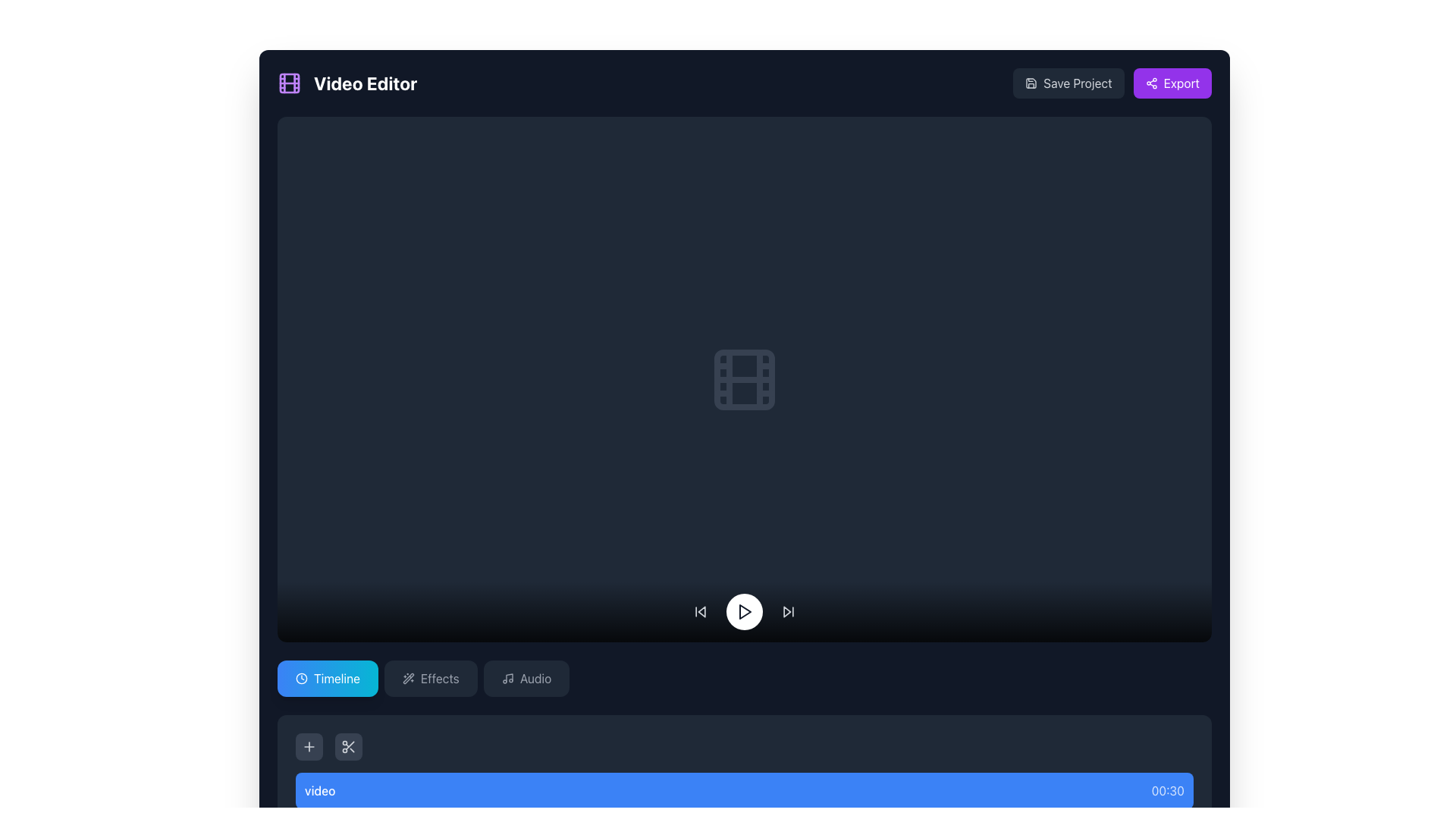 The height and width of the screenshot is (819, 1456). I want to click on the SVG circle that represents the outer part of the clock icon located near the 'Timeline' button, so click(302, 677).